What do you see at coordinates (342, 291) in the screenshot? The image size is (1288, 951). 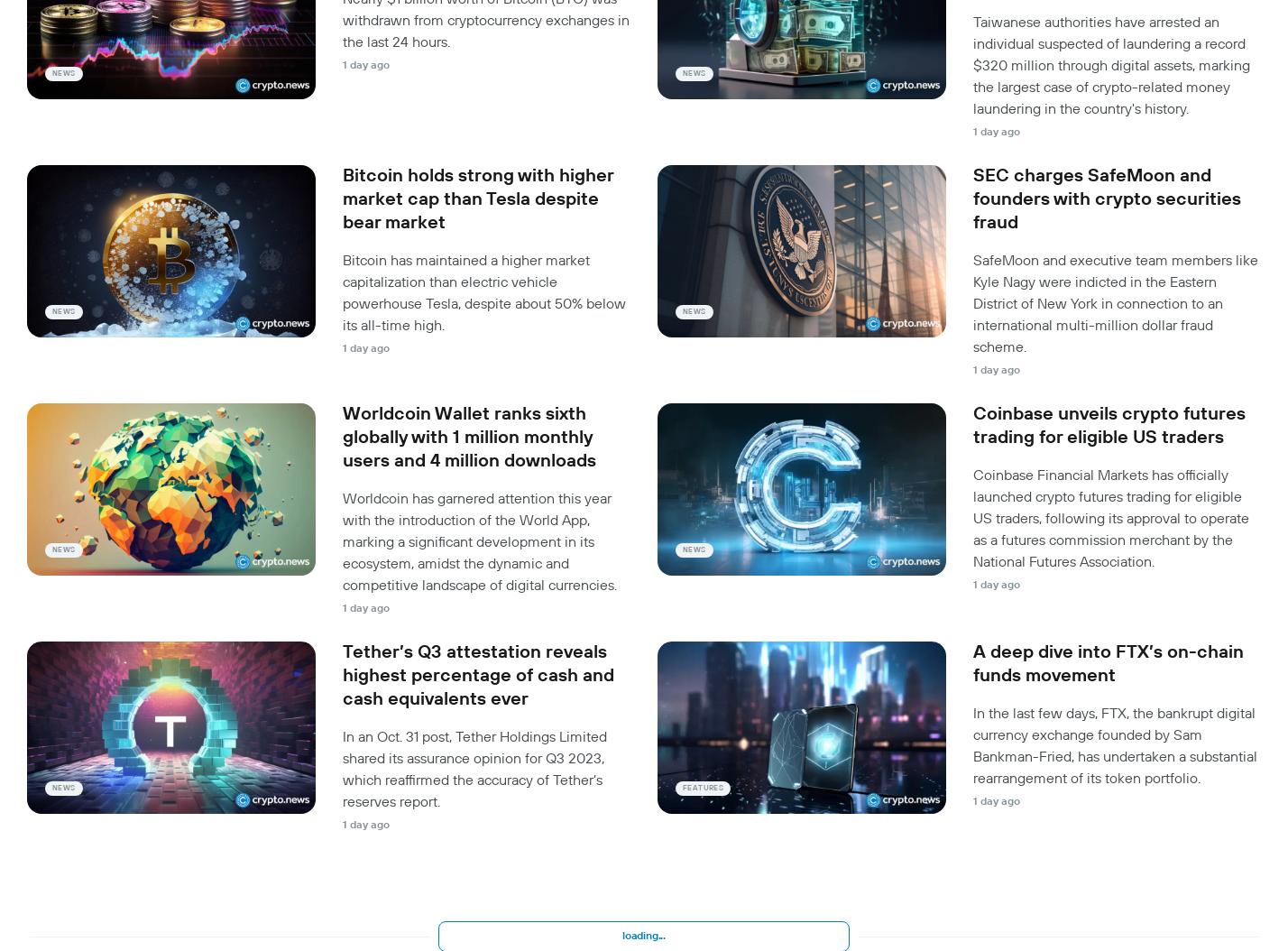 I see `'Bitcoin has maintained a higher market capitalization than electric vehicle powerhouse Tesla, despite about 50% below its all-time high.'` at bounding box center [342, 291].